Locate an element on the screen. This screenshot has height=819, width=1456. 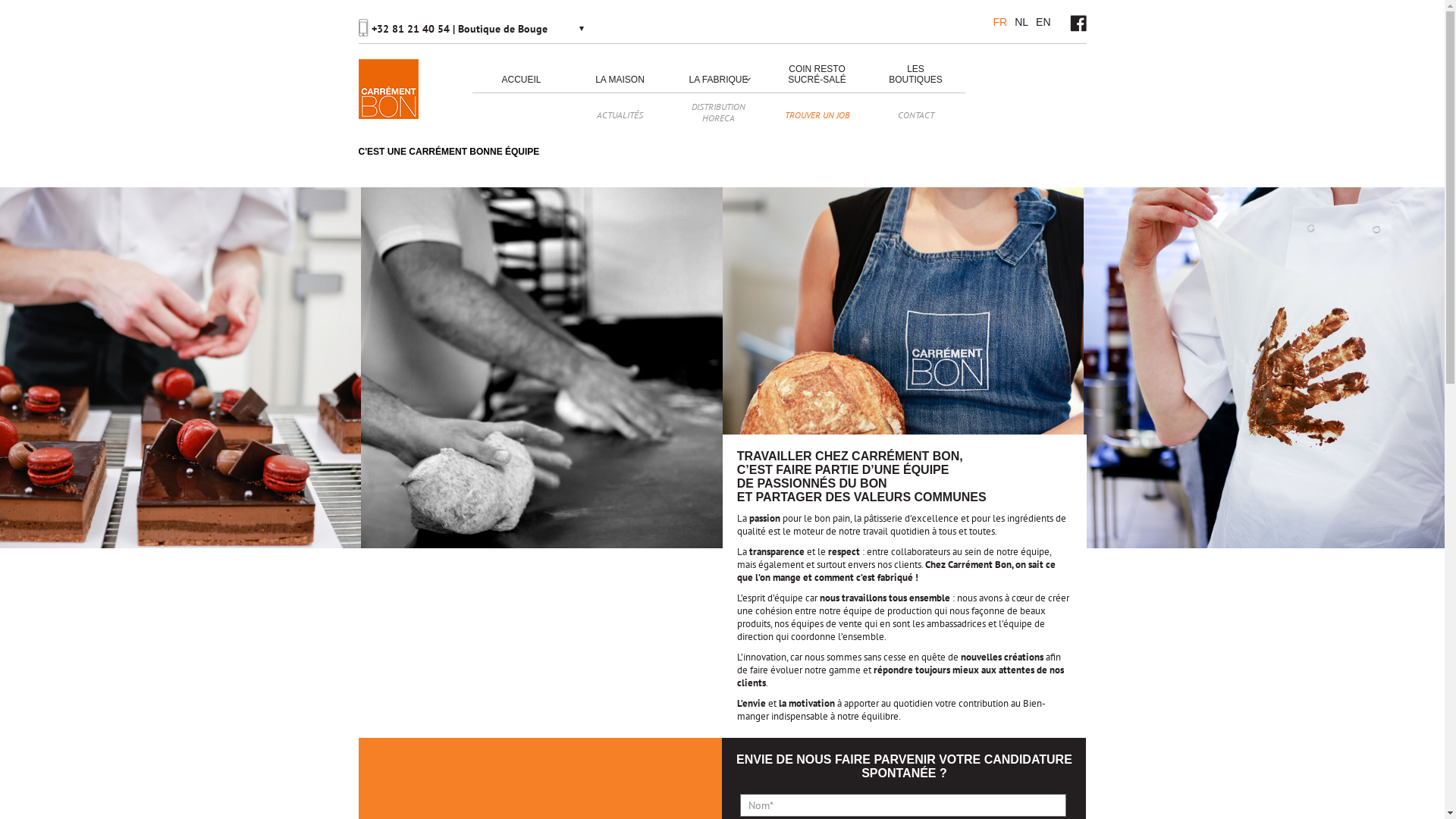
'DISTRIBUTION HORECA' is located at coordinates (668, 111).